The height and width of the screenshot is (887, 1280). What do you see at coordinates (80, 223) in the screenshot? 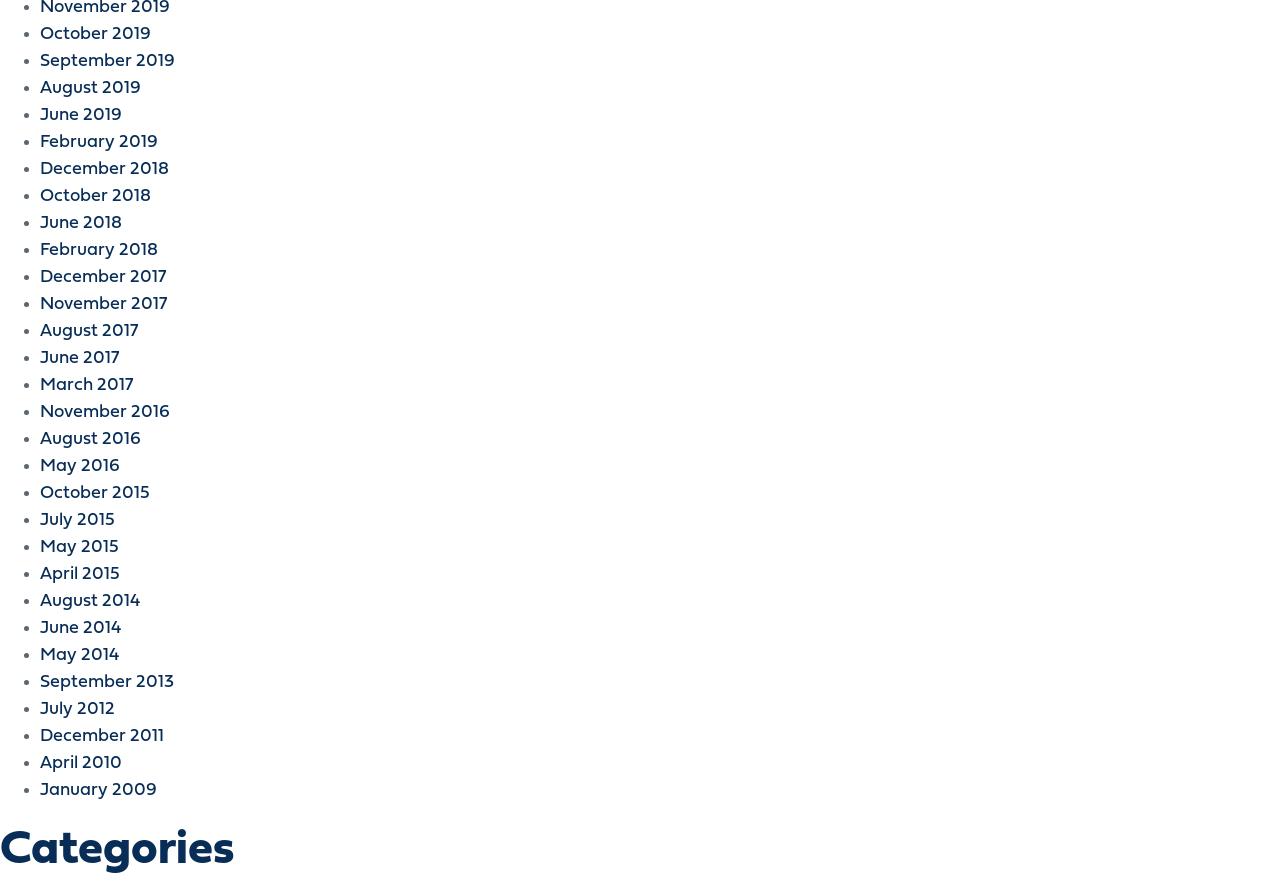
I see `'June 2018'` at bounding box center [80, 223].